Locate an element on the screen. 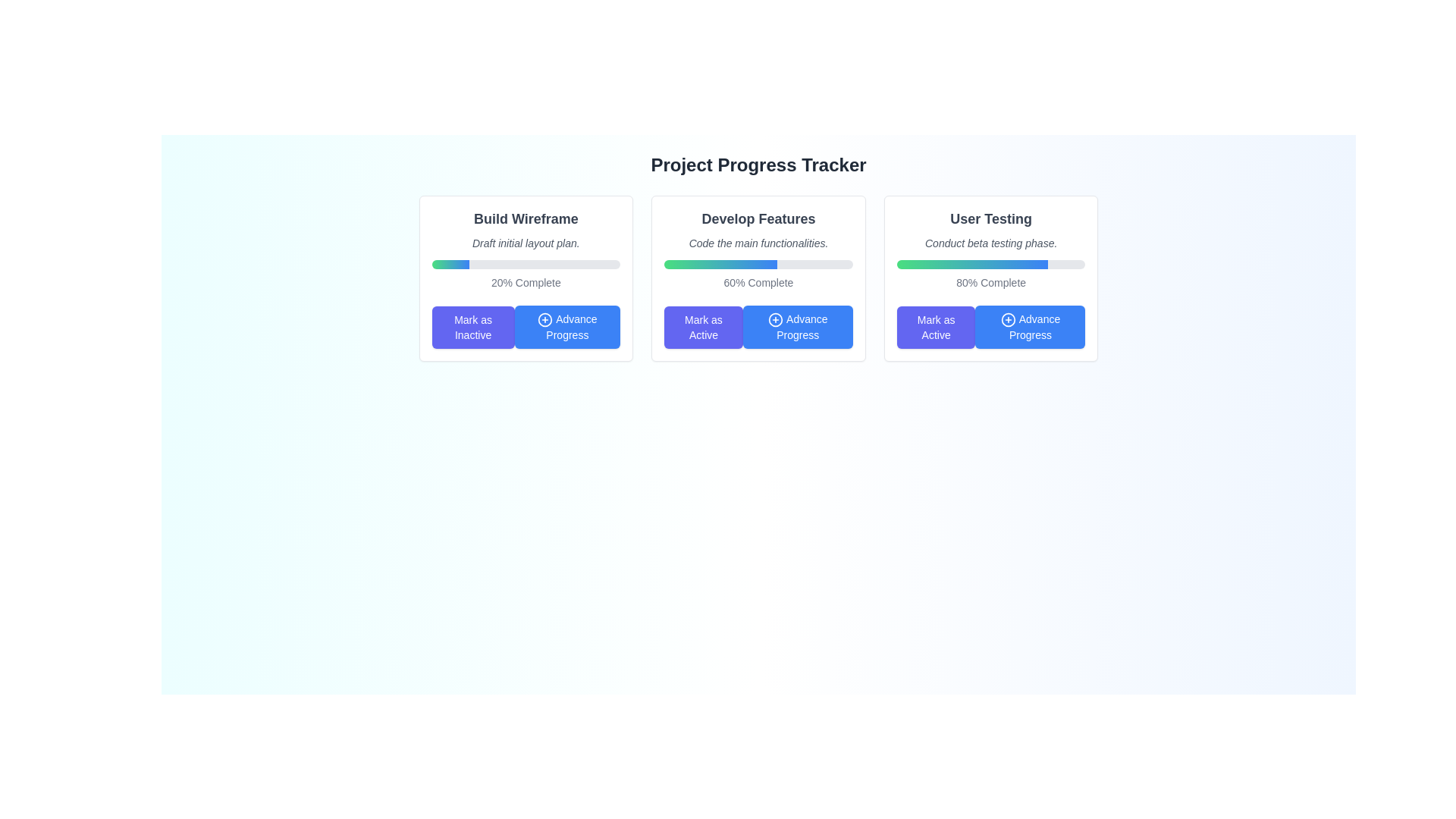 This screenshot has width=1456, height=819. the 'User Testing' title text component, which is styled in bold and large font, displayed in dark gray at the top of the third card in a group of horizontally-aligned cards is located at coordinates (991, 219).